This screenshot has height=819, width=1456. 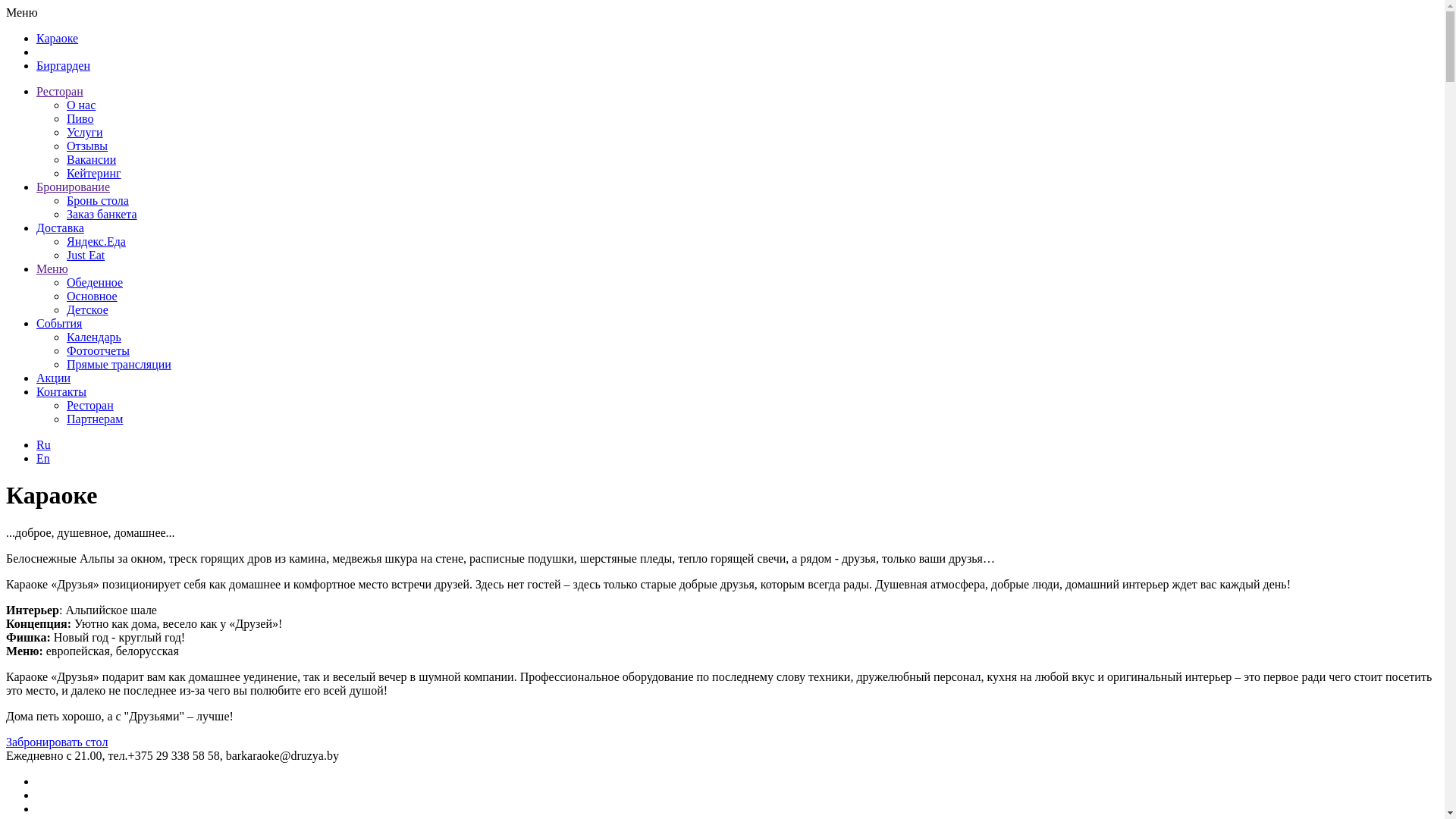 I want to click on 'Ru', so click(x=43, y=444).